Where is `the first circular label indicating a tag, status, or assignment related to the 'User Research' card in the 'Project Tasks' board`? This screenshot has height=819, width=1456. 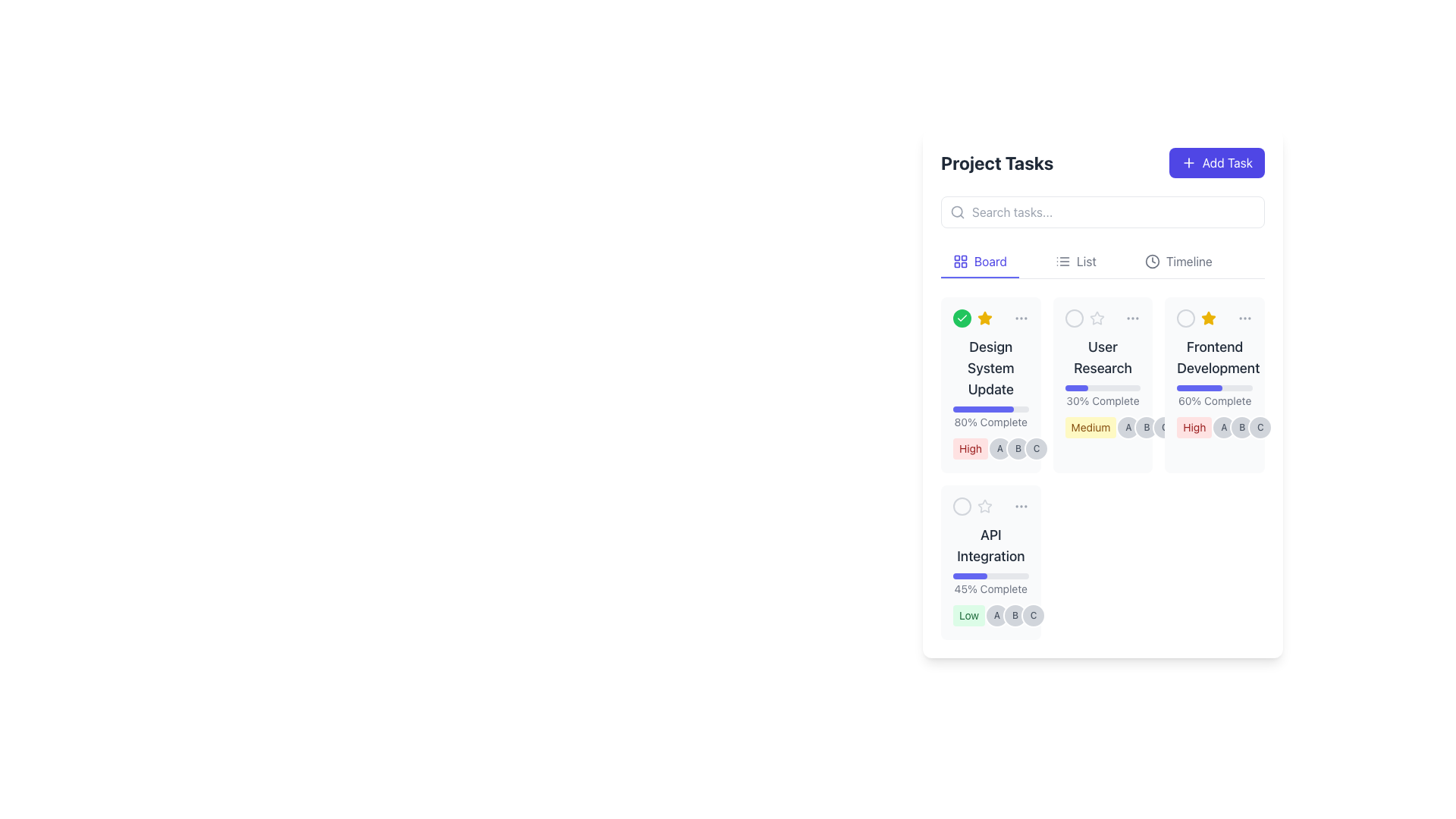
the first circular label indicating a tag, status, or assignment related to the 'User Research' card in the 'Project Tasks' board is located at coordinates (1128, 427).